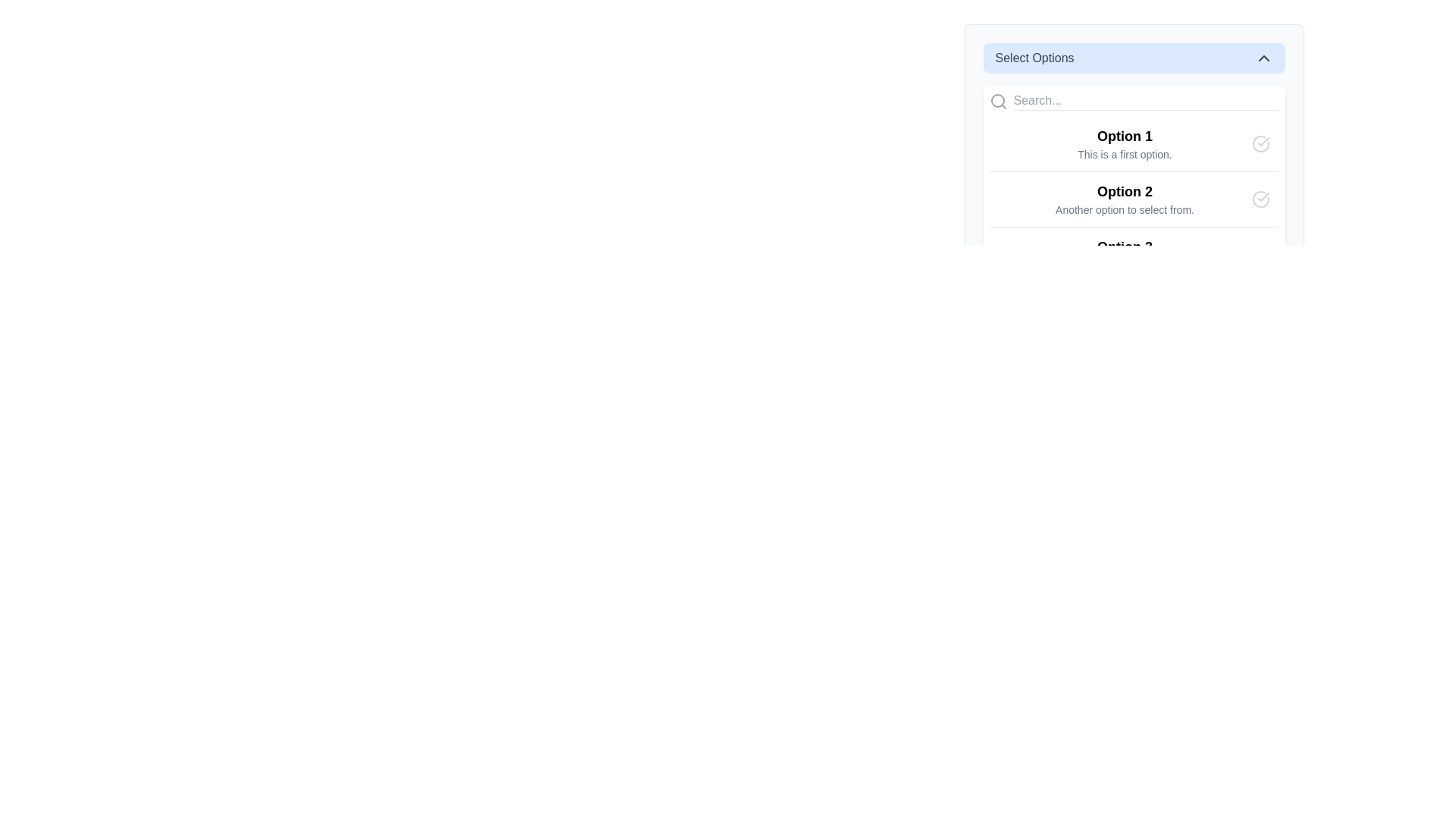 This screenshot has width=1456, height=819. I want to click on the text label that reads 'Option 2' in bold styling, which is the second item in the list of selectable options beneath 'Select Options', so click(1125, 198).